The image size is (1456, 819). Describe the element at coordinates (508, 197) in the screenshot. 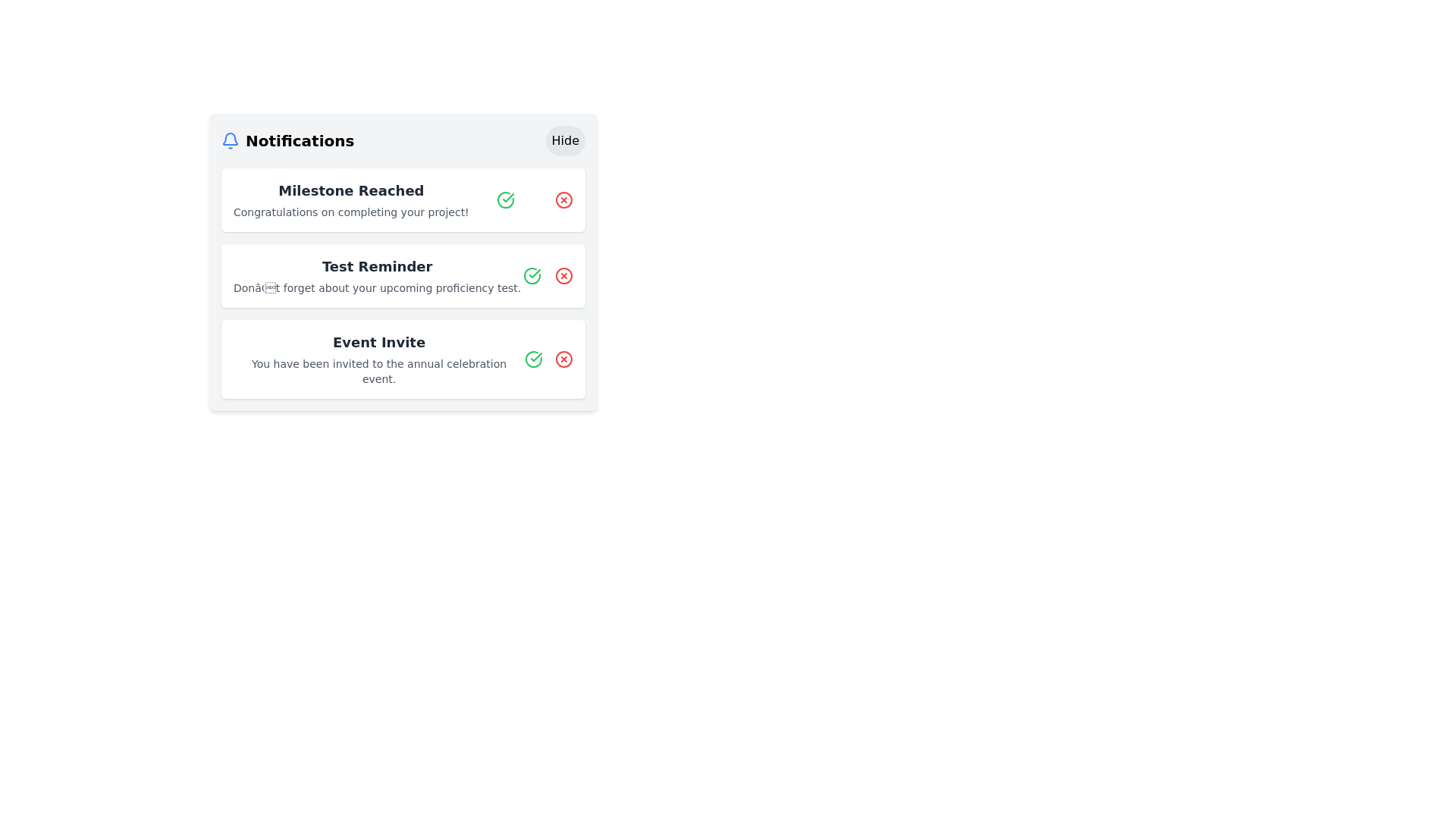

I see `the Decorative SVG icon that indicates a successful or completed action, located in the second notification item labeled 'Test Reminder' in the notifications list` at that location.